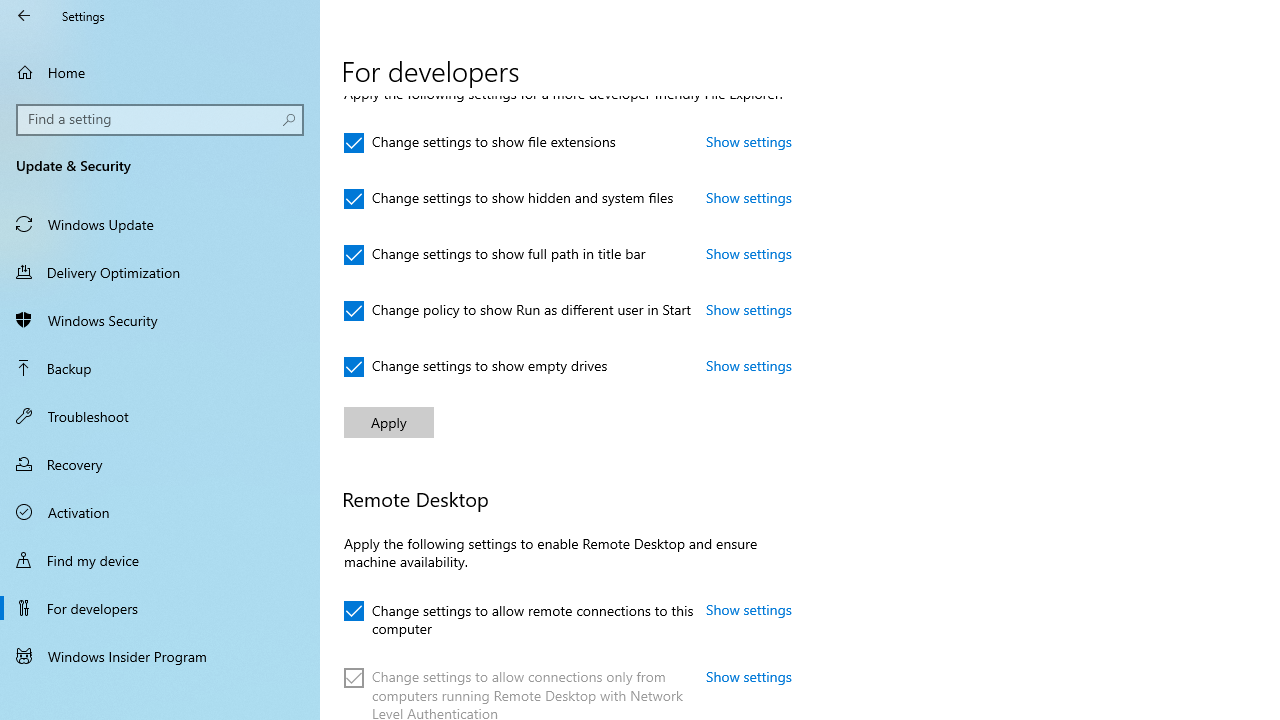 The height and width of the screenshot is (720, 1280). I want to click on 'Delivery Optimization', so click(160, 271).